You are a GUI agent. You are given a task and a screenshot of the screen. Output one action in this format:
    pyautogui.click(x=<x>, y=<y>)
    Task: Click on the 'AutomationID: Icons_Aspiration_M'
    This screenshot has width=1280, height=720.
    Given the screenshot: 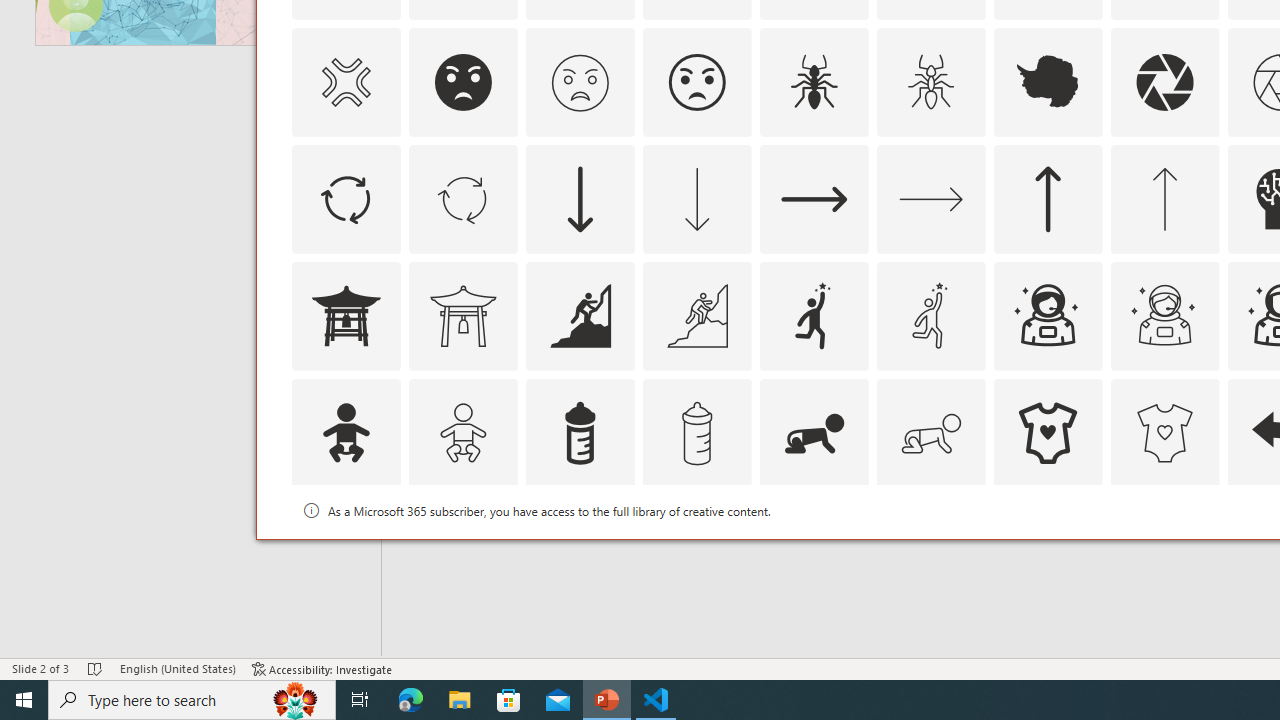 What is the action you would take?
    pyautogui.click(x=696, y=315)
    